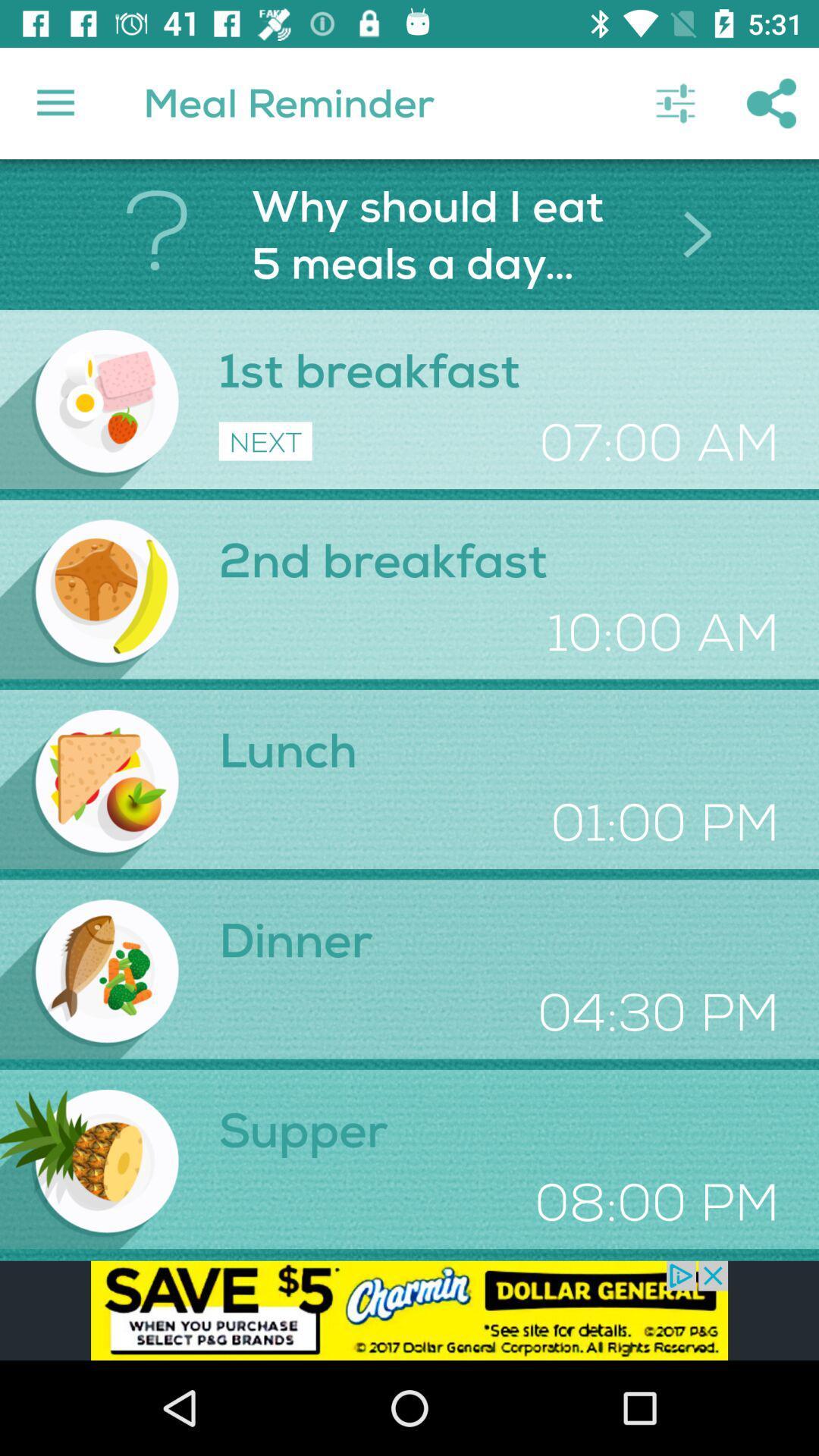 This screenshot has width=819, height=1456. What do you see at coordinates (409, 1310) in the screenshot?
I see `display advertisement` at bounding box center [409, 1310].